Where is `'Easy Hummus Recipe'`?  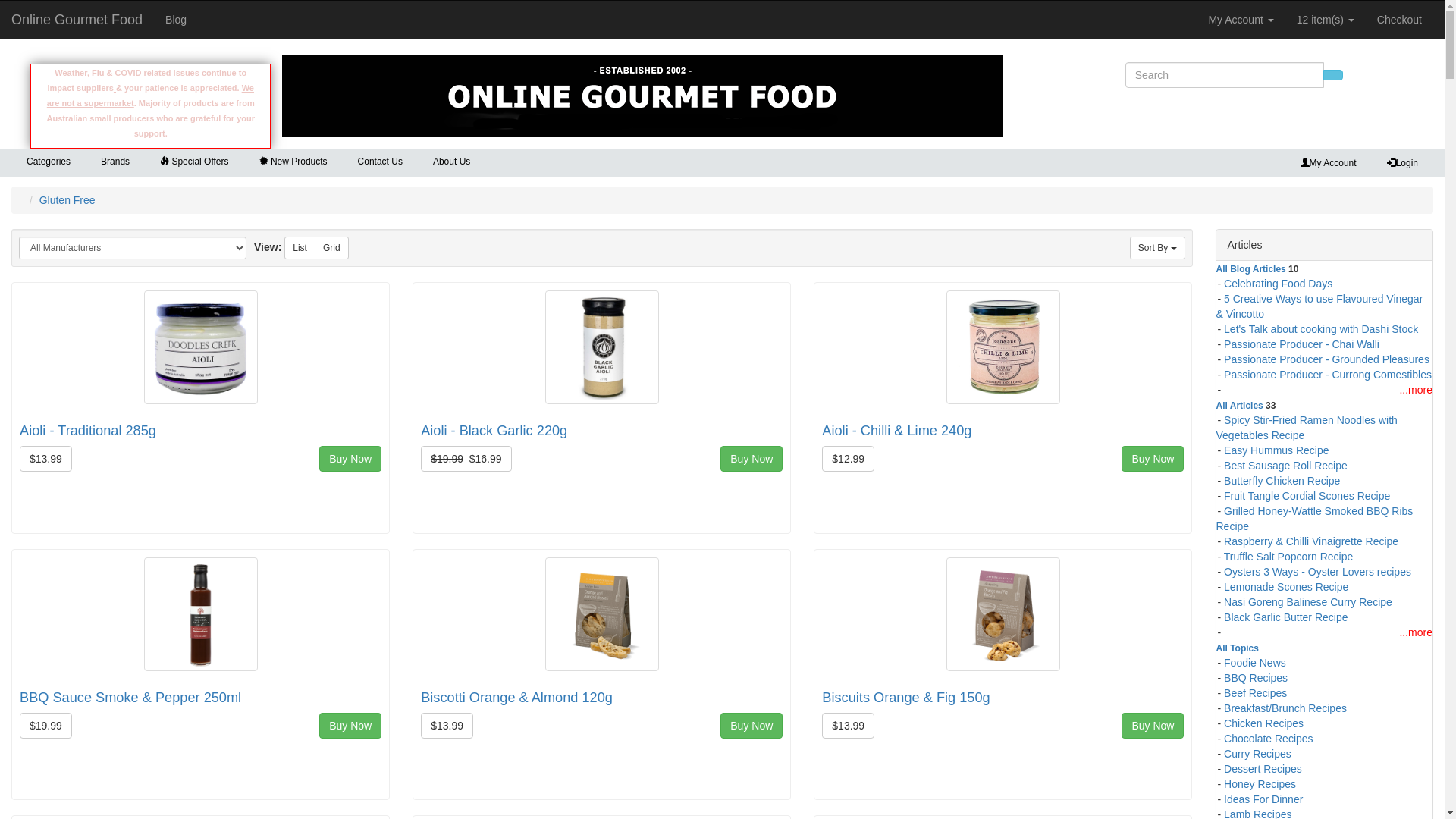 'Easy Hummus Recipe' is located at coordinates (1276, 447).